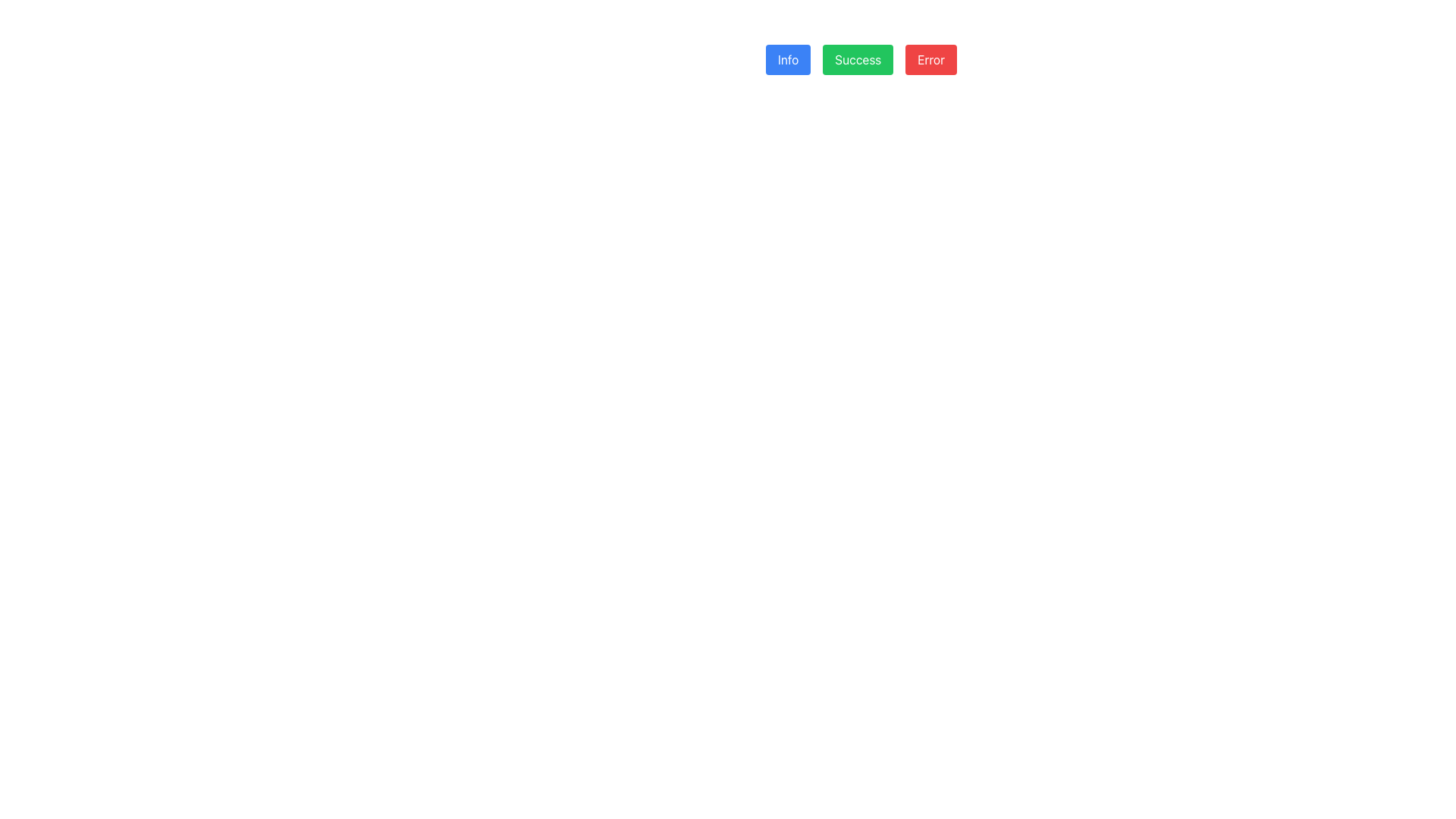  I want to click on the 'Success' button with a green background and white text, so click(861, 58).